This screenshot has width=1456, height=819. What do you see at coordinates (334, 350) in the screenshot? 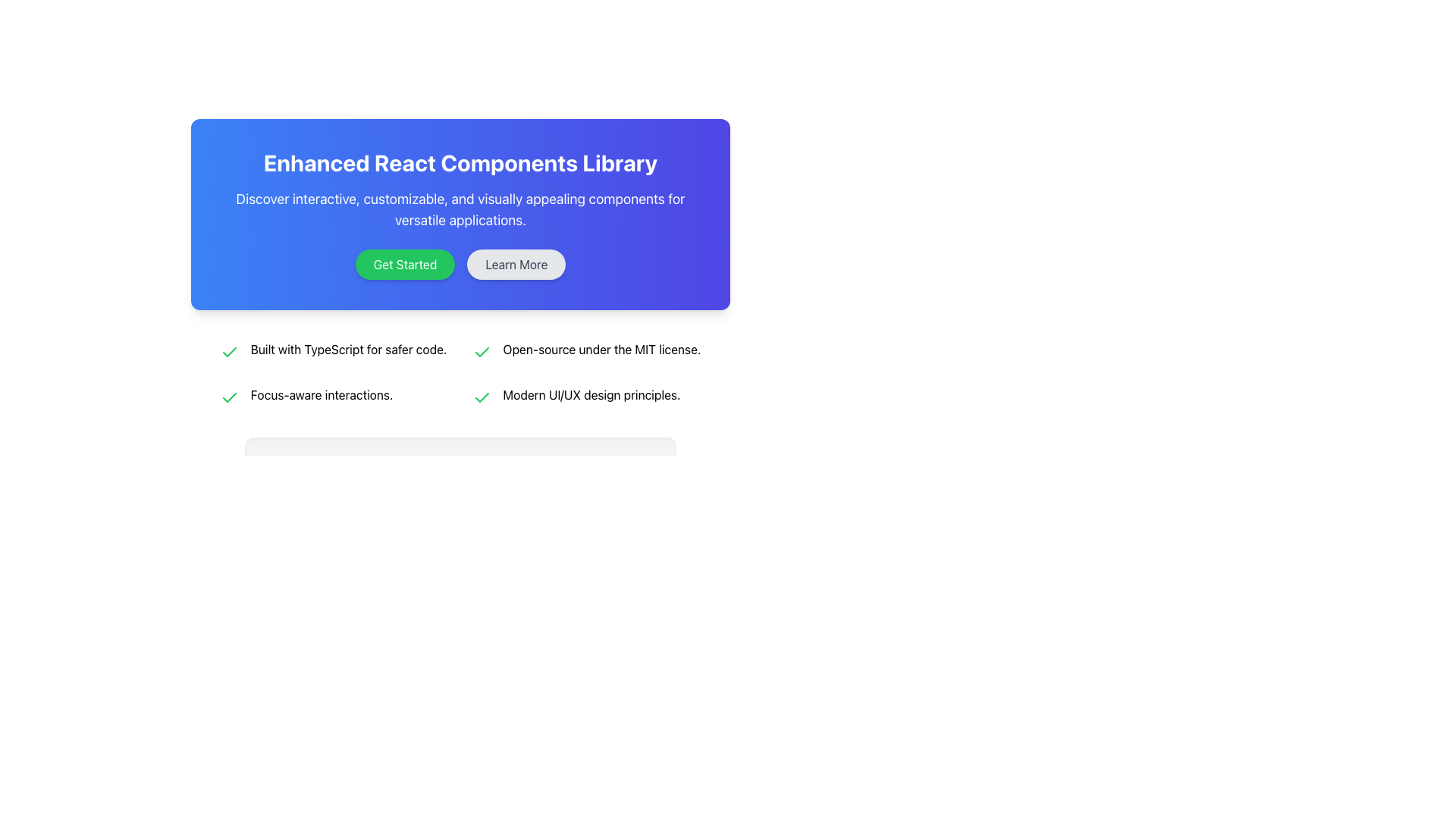
I see `the first feature item in the vertical list that highlights safe coding practices enabled by TypeScript to visually interpret the accompanying icon as a positive feature` at bounding box center [334, 350].